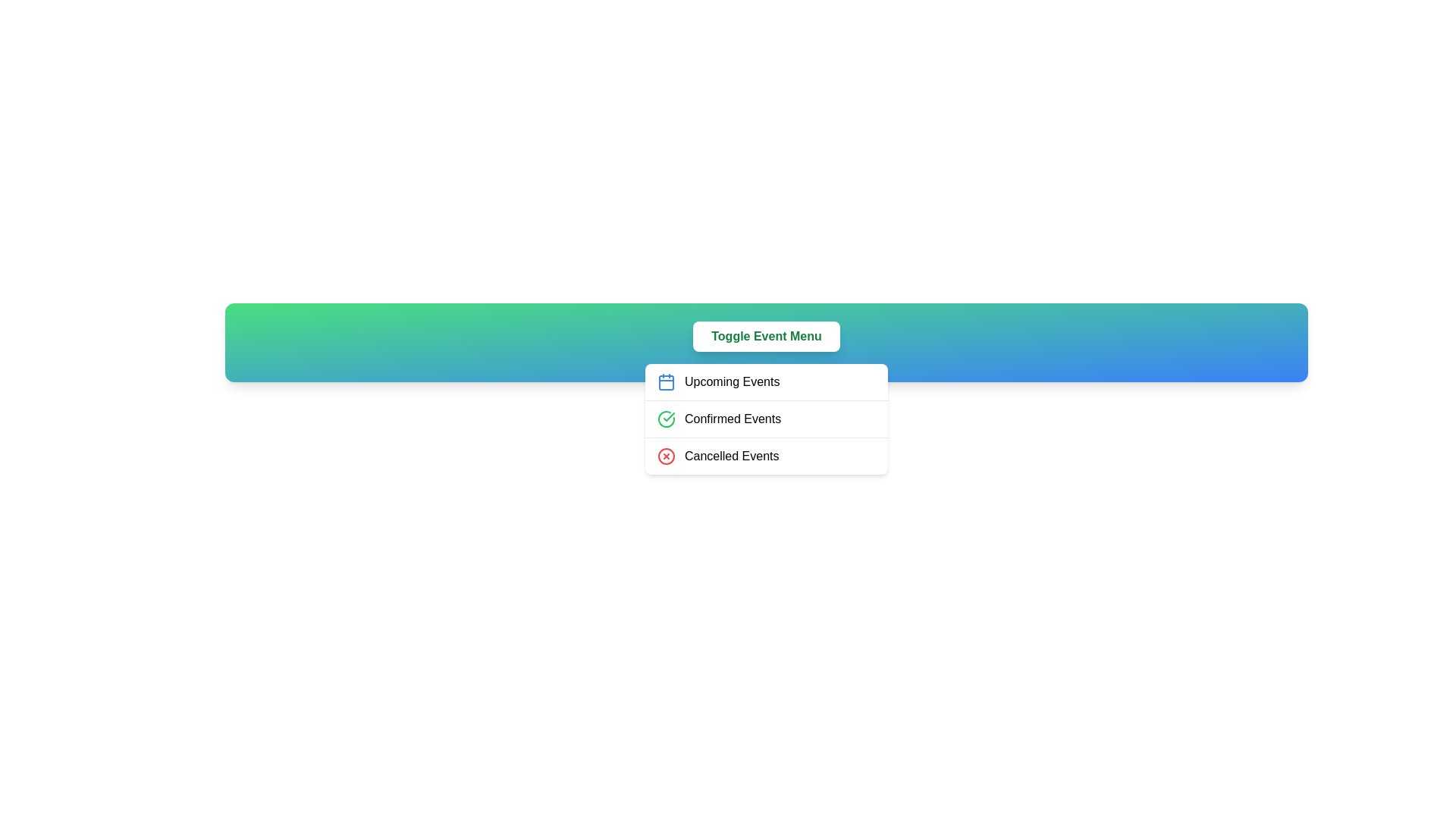 The height and width of the screenshot is (819, 1456). What do you see at coordinates (765, 335) in the screenshot?
I see `the 'Toggle Event Menu' button to toggle the visibility of the event menu` at bounding box center [765, 335].